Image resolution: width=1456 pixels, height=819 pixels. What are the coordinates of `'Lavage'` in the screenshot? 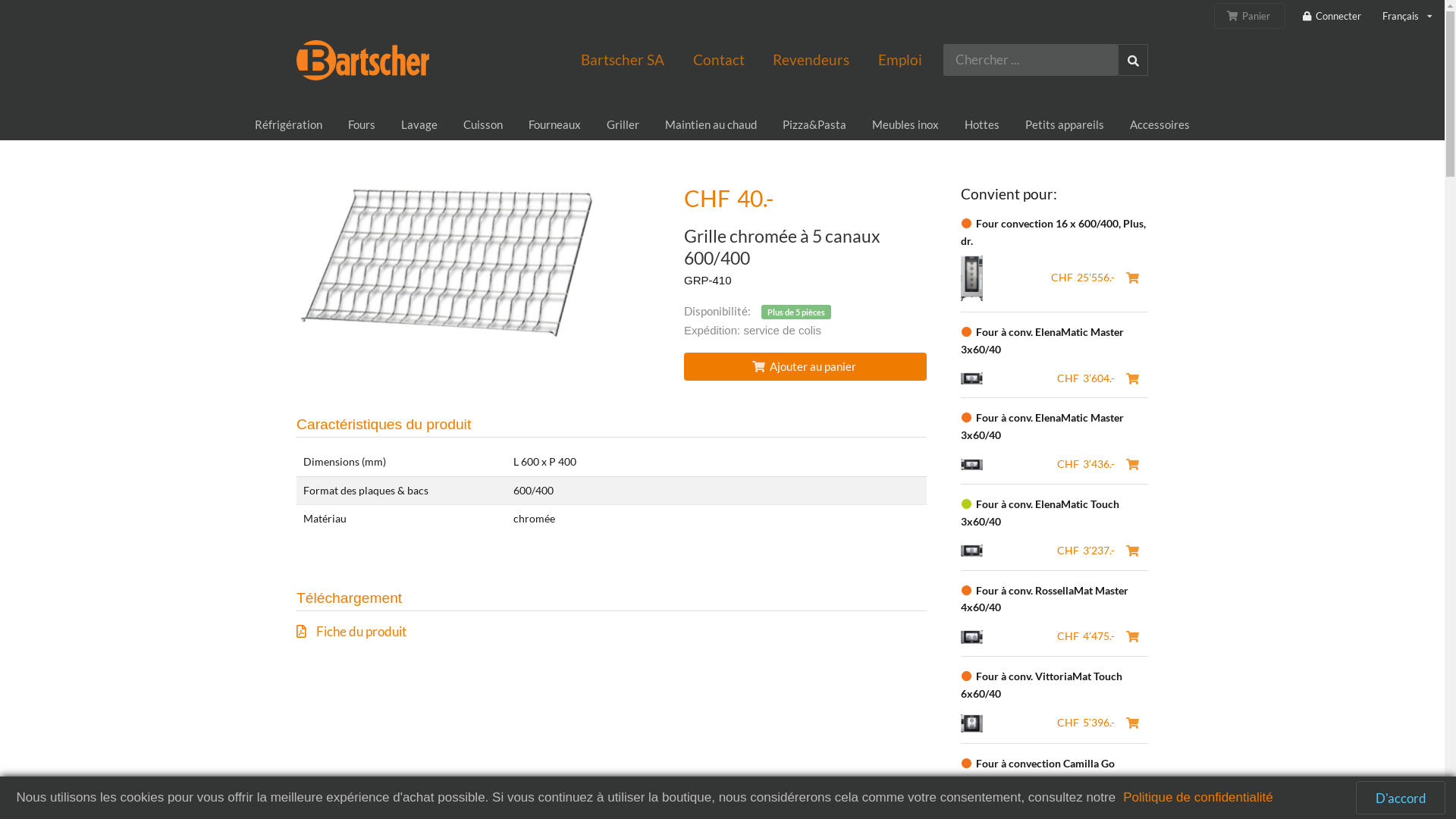 It's located at (419, 124).